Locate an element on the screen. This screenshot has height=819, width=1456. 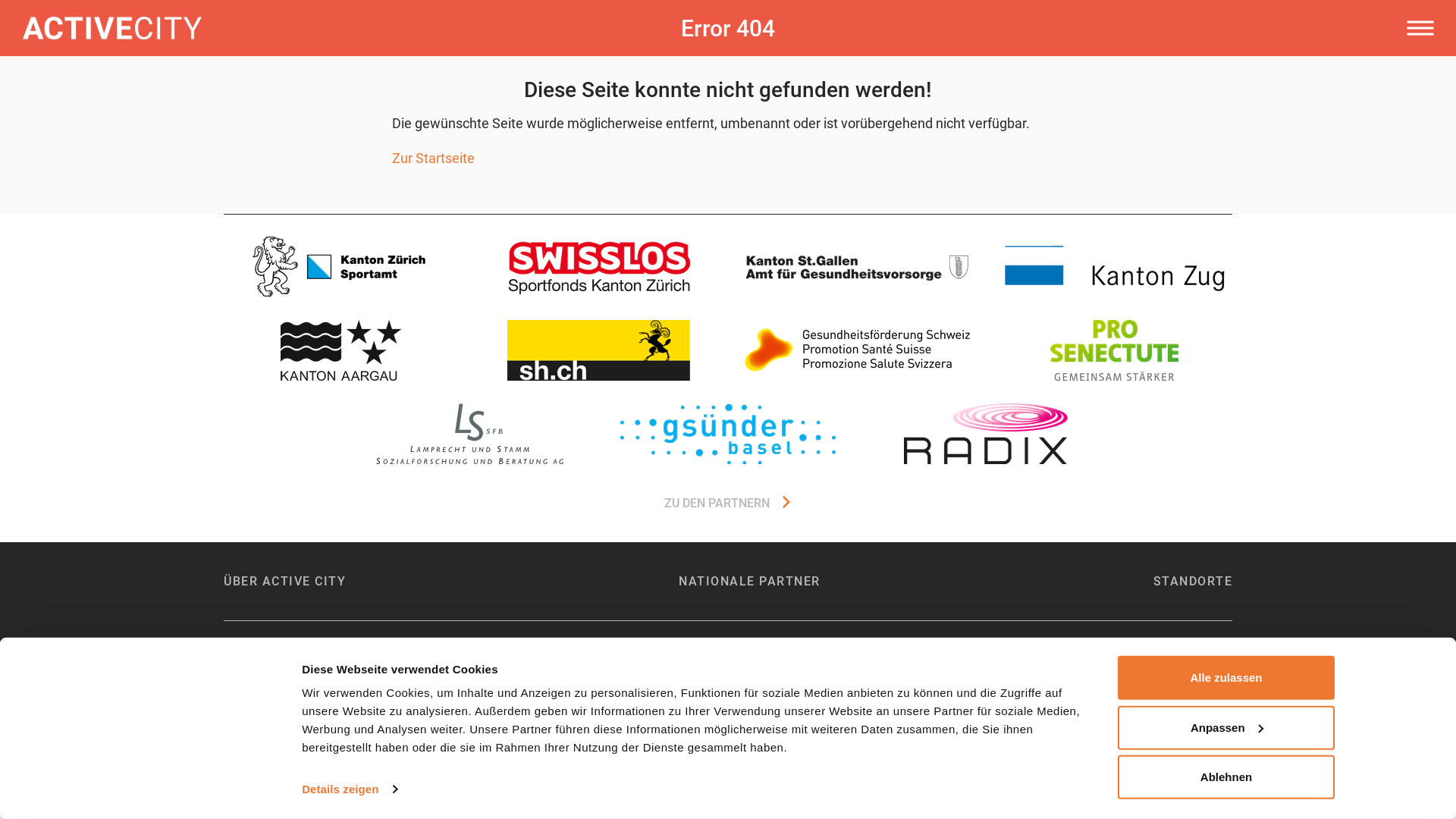
'Kanton Schaffhausen' is located at coordinates (598, 350).